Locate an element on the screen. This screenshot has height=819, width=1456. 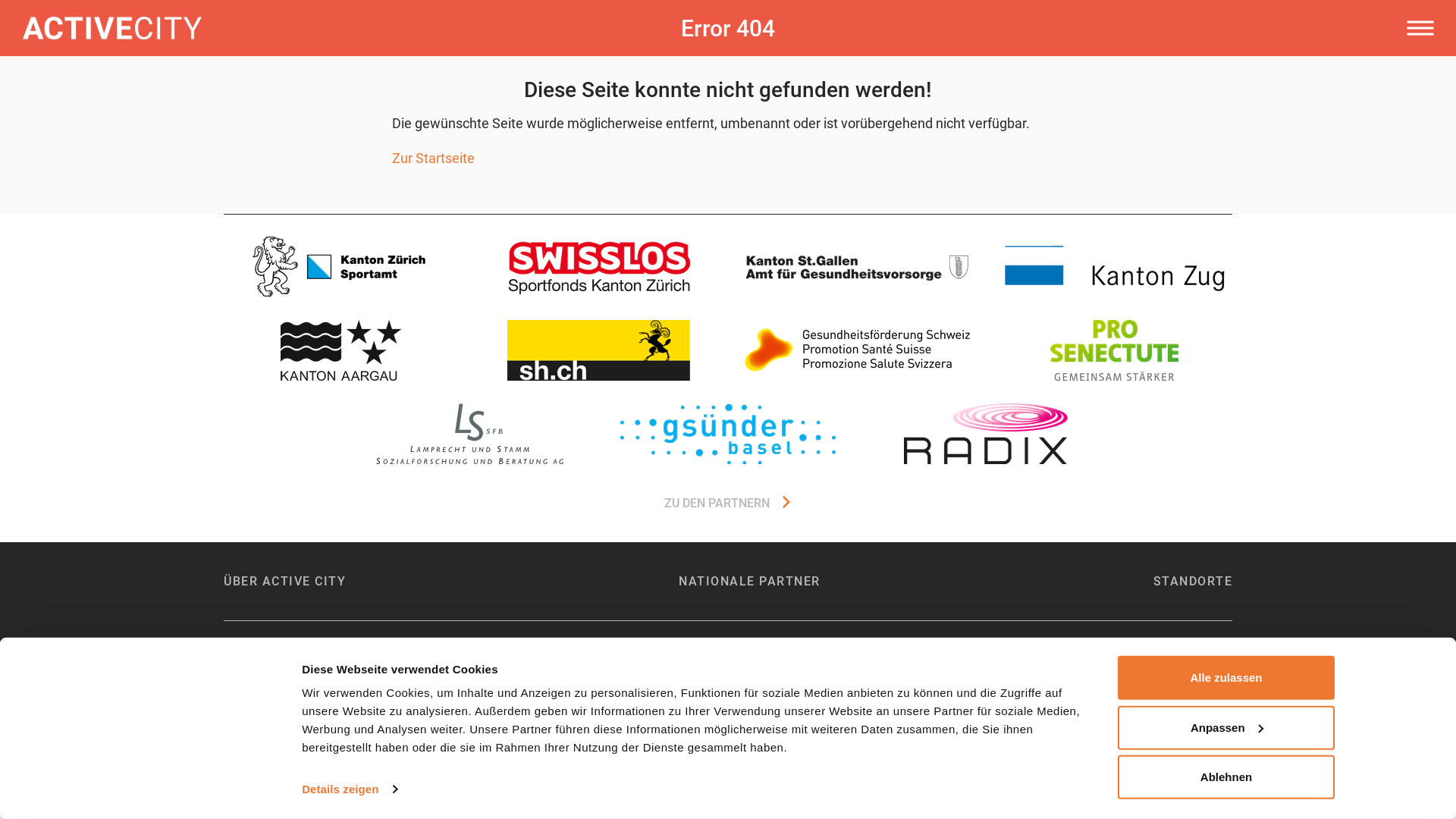
'Kanton Schaffhausen' is located at coordinates (598, 350).